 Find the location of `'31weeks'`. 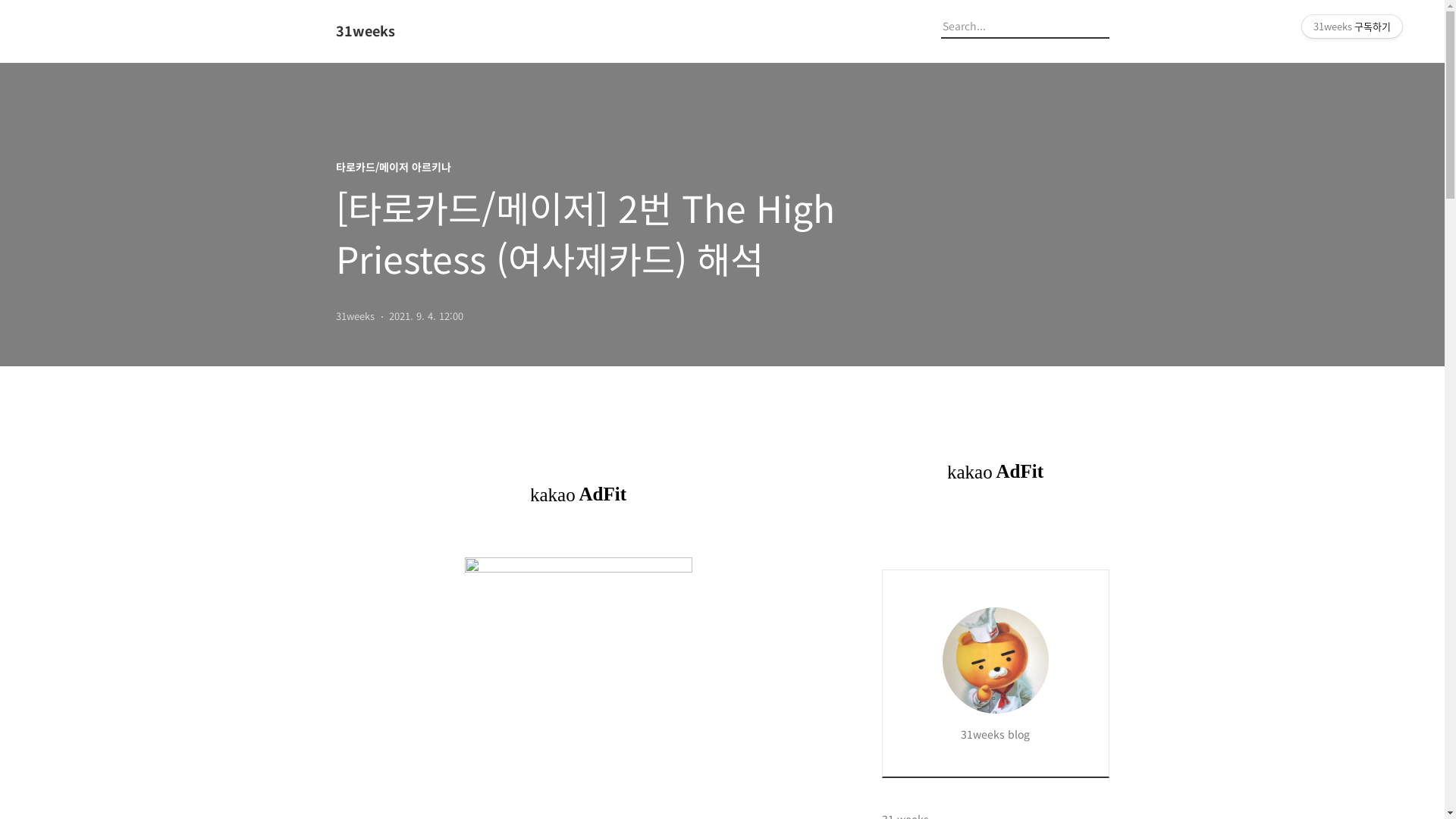

'31weeks' is located at coordinates (419, 31).